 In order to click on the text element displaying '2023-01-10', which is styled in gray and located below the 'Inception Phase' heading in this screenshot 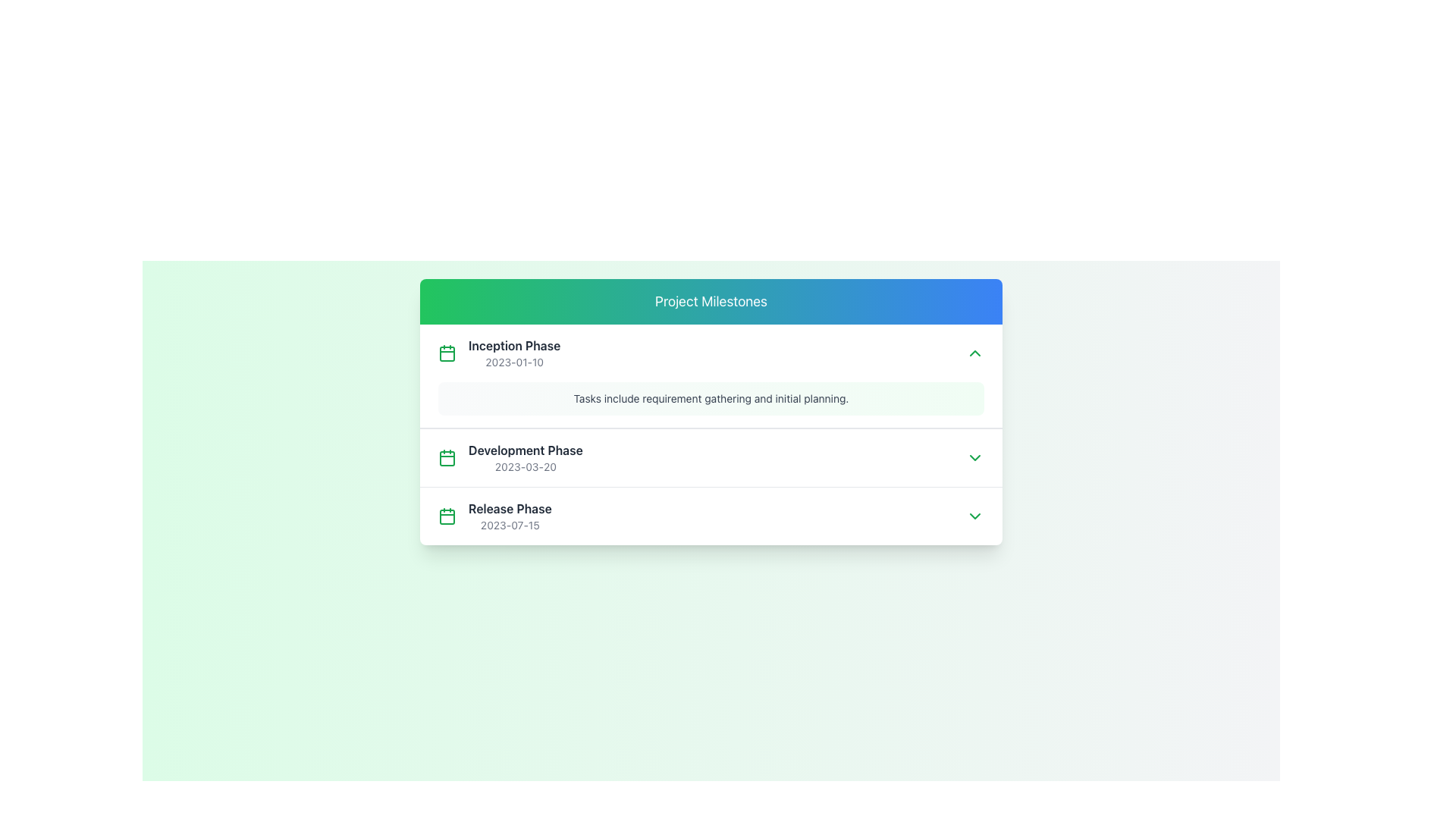, I will do `click(514, 362)`.